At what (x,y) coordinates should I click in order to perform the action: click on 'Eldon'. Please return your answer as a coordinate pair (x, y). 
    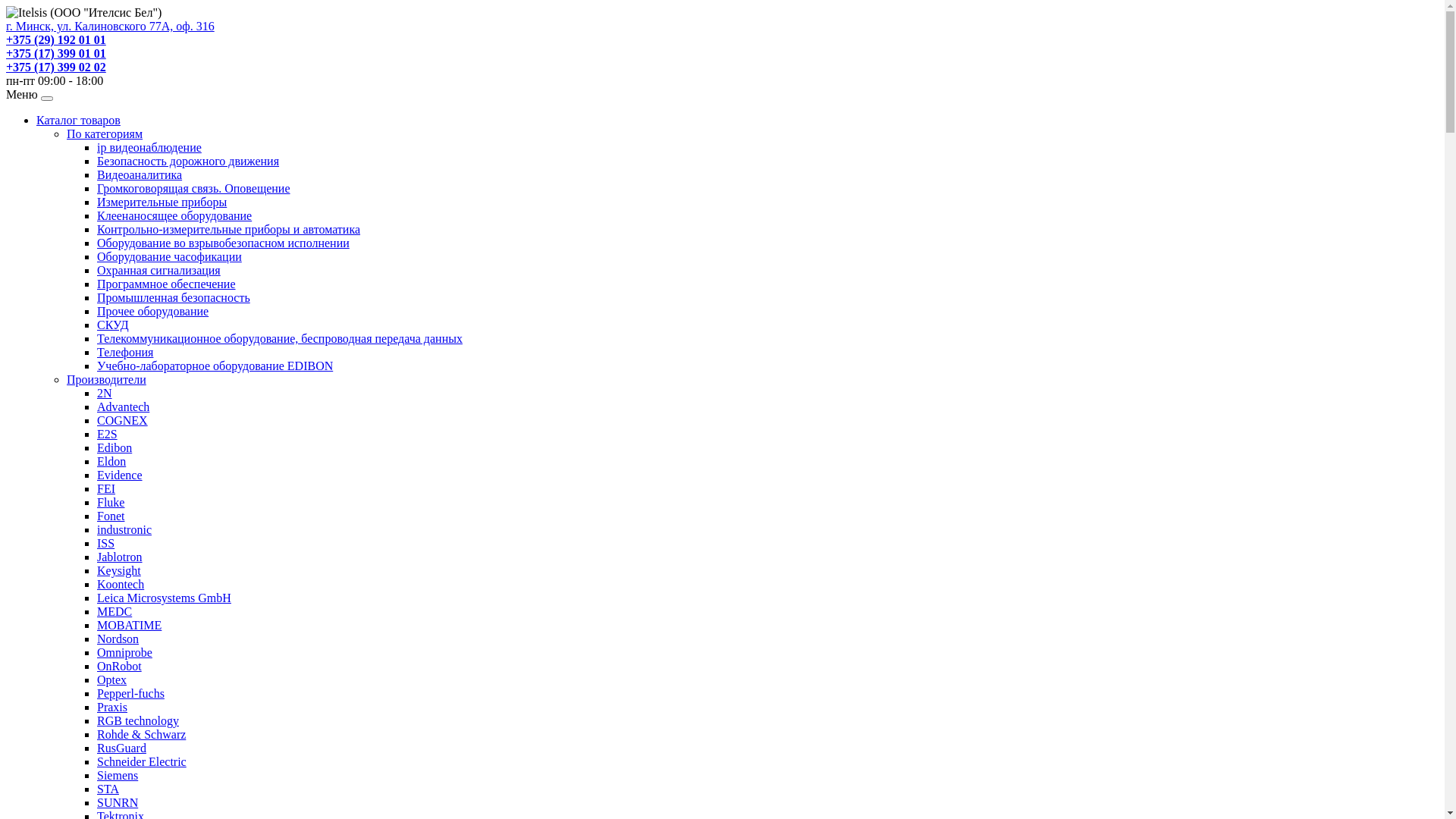
    Looking at the image, I should click on (111, 460).